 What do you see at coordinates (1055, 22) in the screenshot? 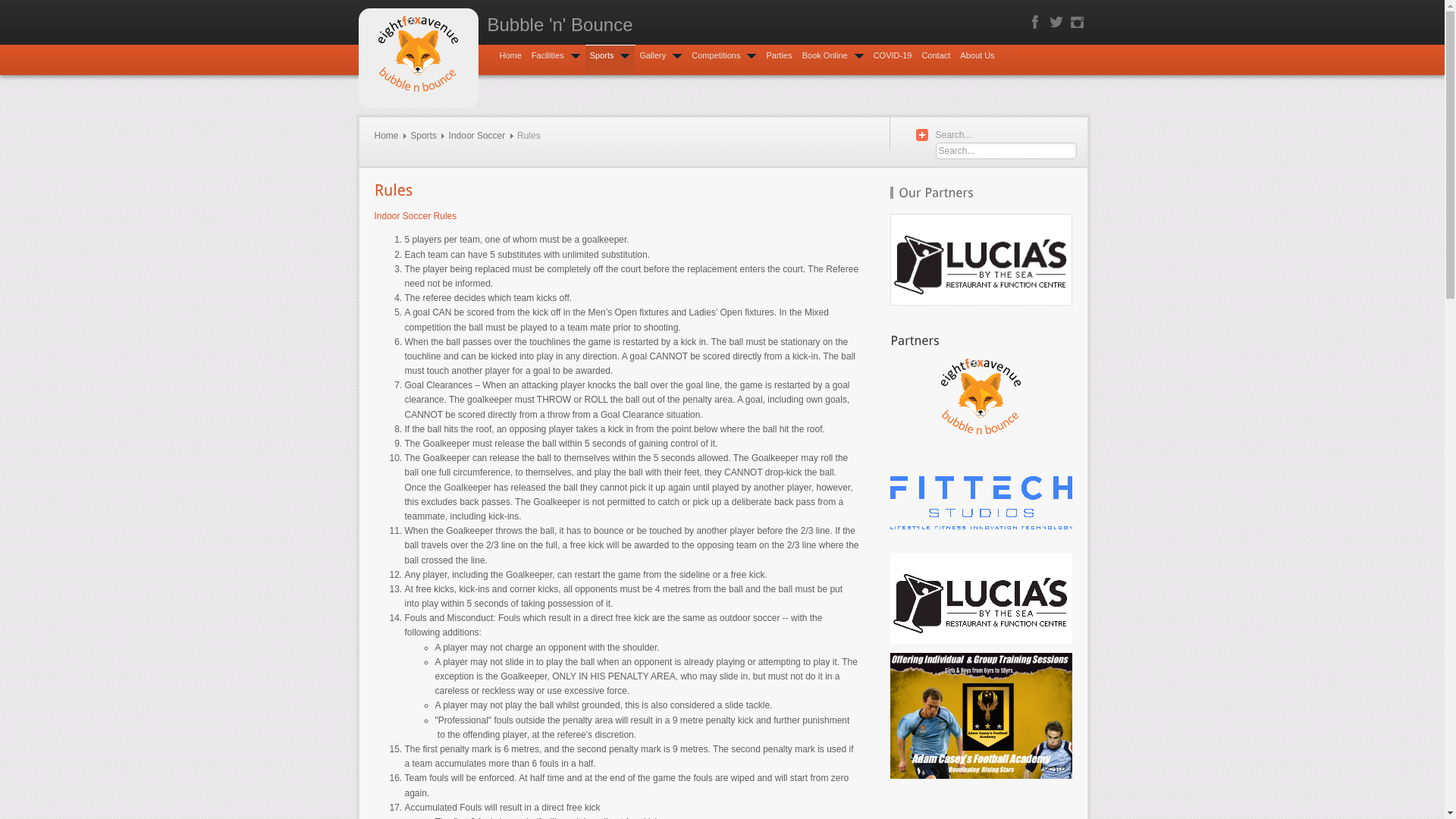
I see `'Twitter'` at bounding box center [1055, 22].